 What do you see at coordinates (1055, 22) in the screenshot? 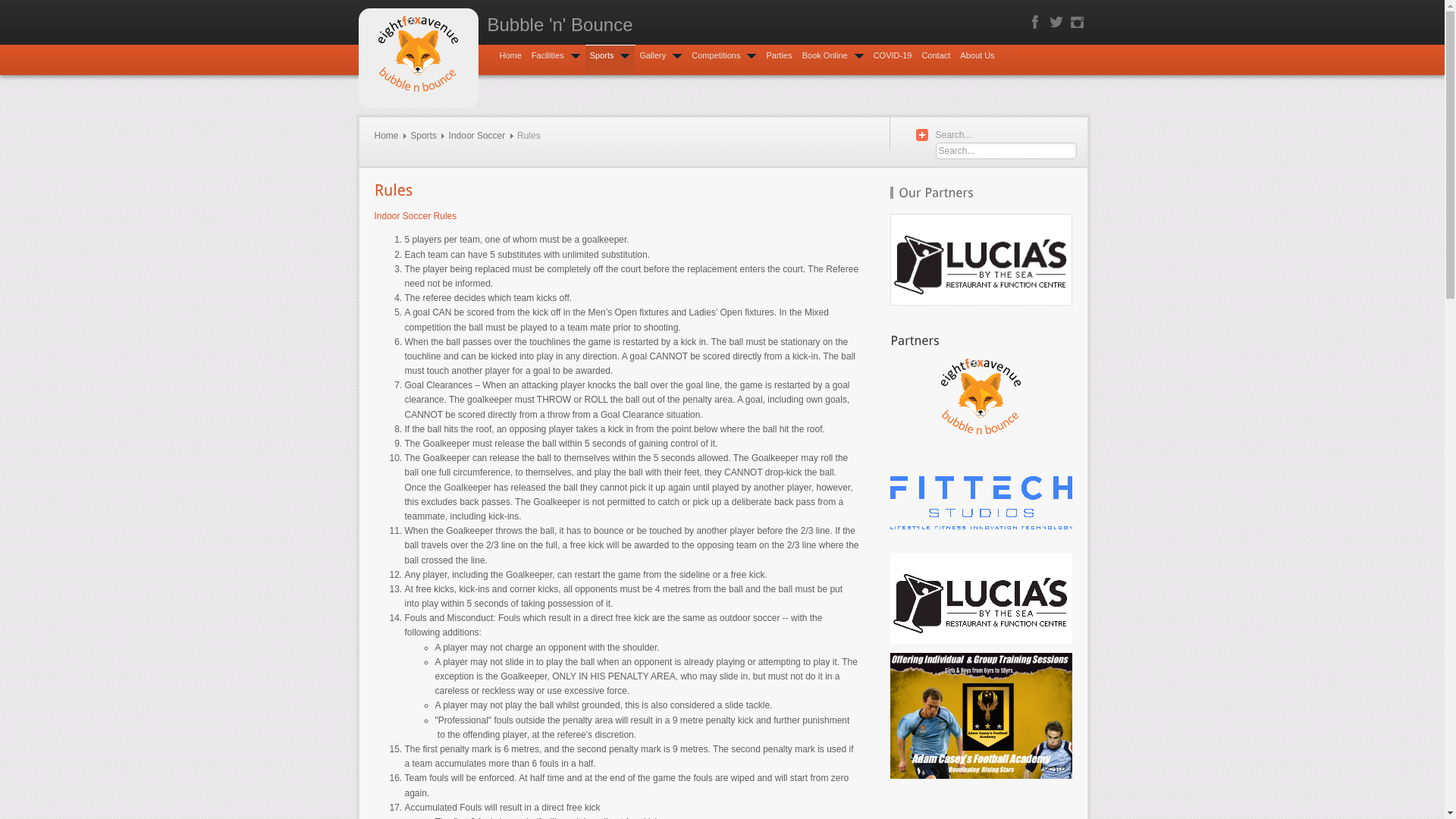
I see `'Twitter'` at bounding box center [1055, 22].